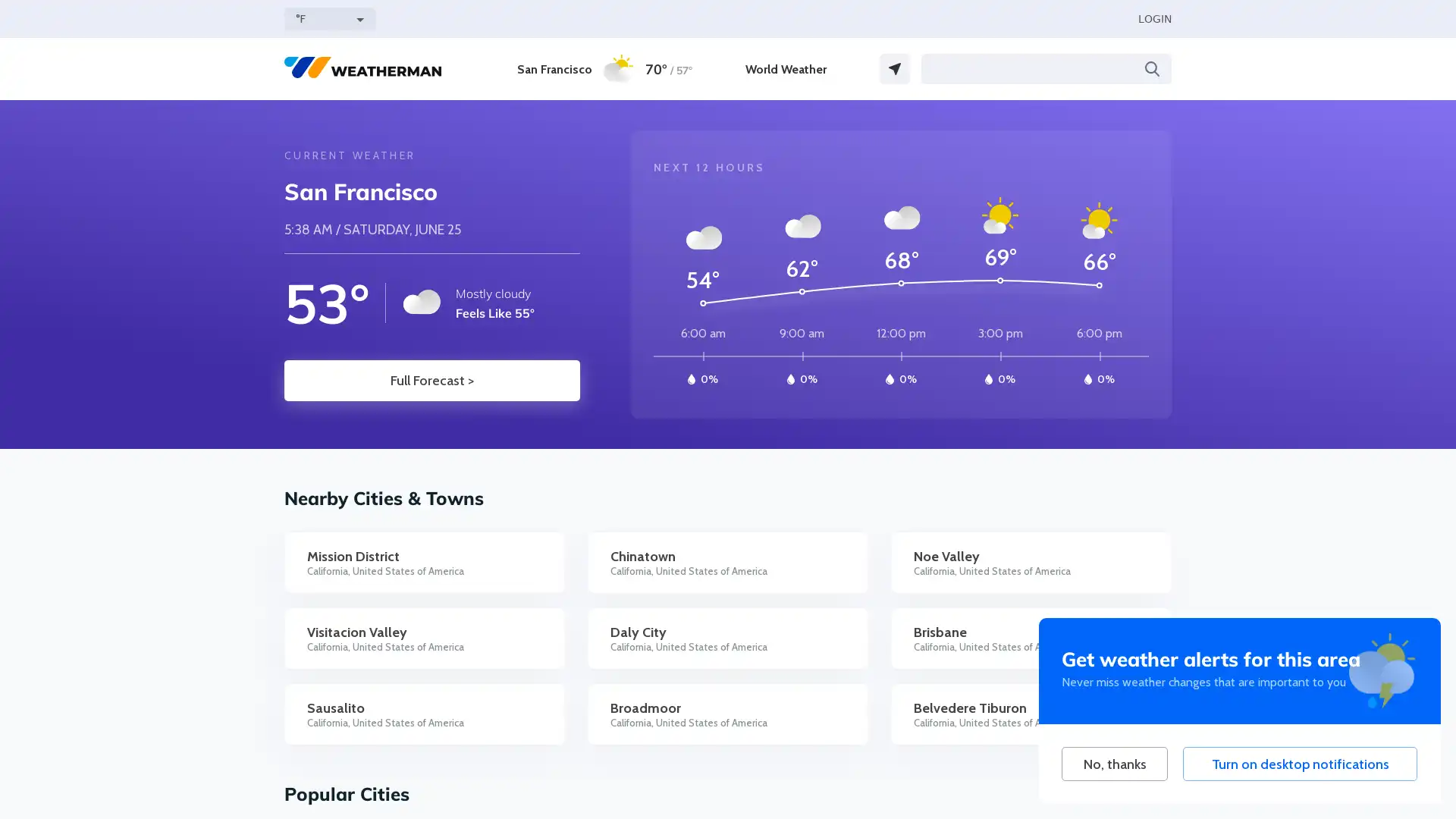 The image size is (1456, 819). I want to click on LOGIN, so click(1153, 18).